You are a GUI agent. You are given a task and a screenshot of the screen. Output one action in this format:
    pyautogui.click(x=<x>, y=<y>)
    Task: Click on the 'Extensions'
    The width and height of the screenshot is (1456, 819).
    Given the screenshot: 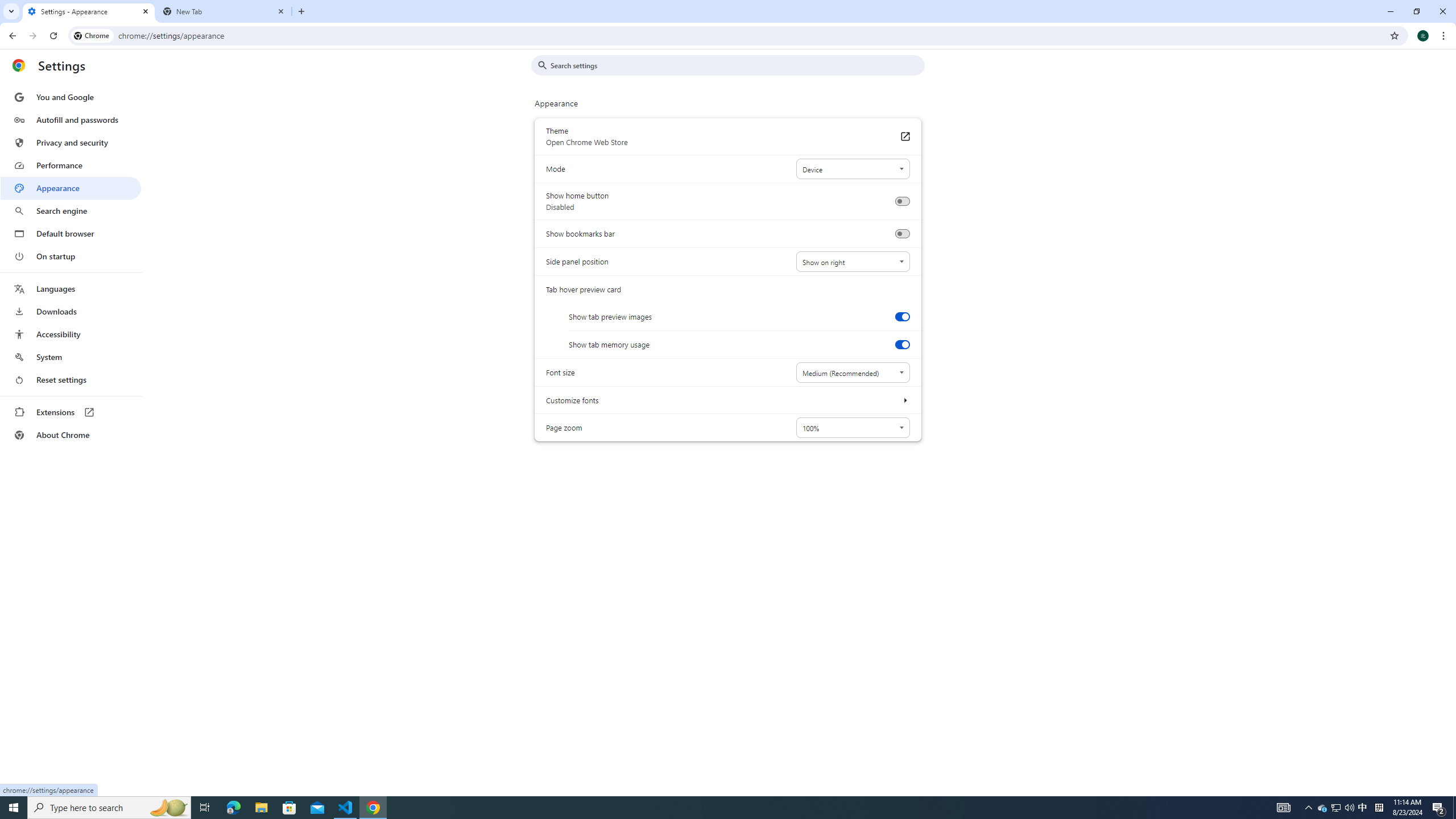 What is the action you would take?
    pyautogui.click(x=70, y=412)
    